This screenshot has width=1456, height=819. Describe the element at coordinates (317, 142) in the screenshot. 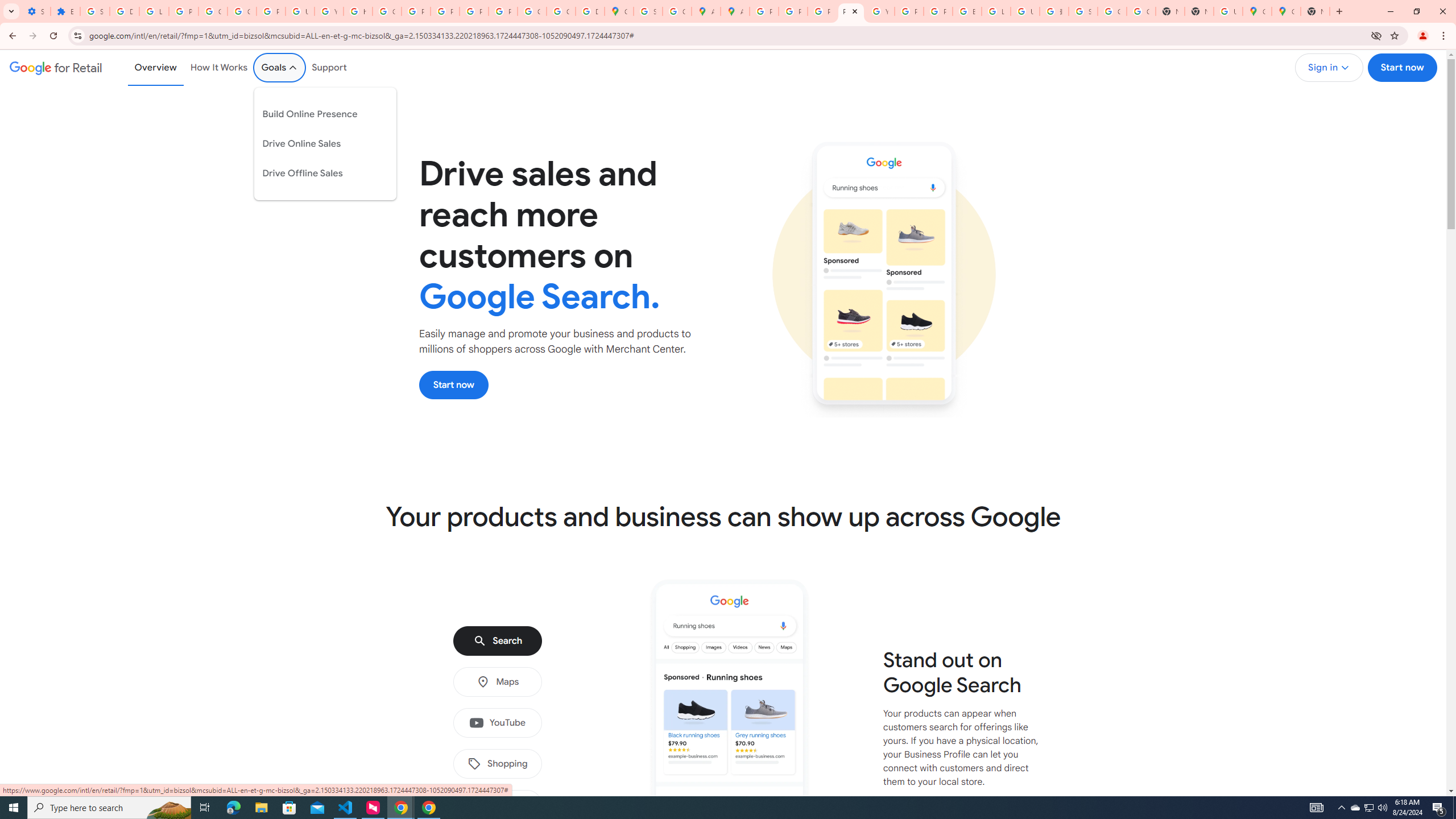

I see `'Drive Online Sales'` at that location.